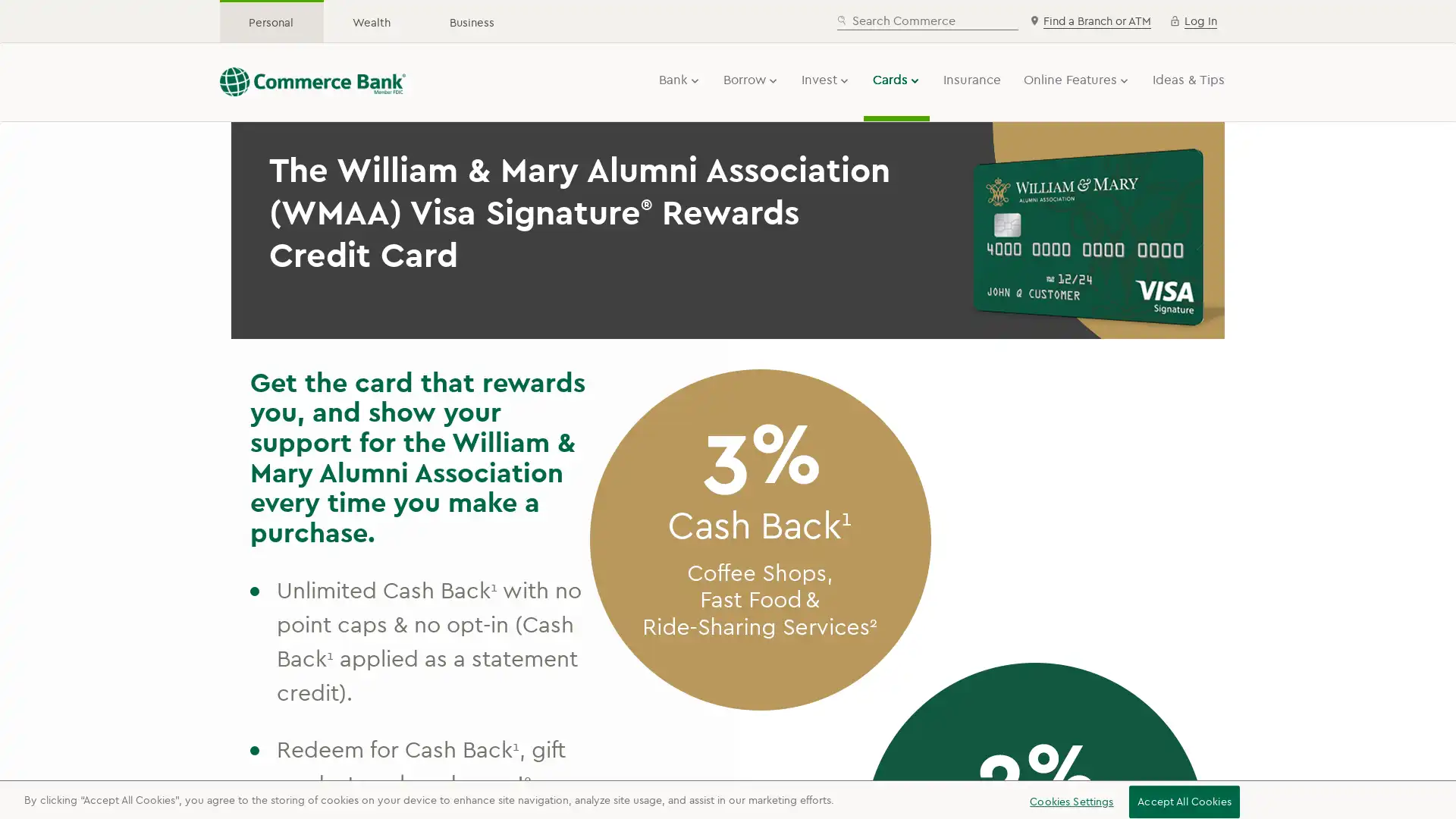  I want to click on Ideas & Tips, so click(1188, 79).